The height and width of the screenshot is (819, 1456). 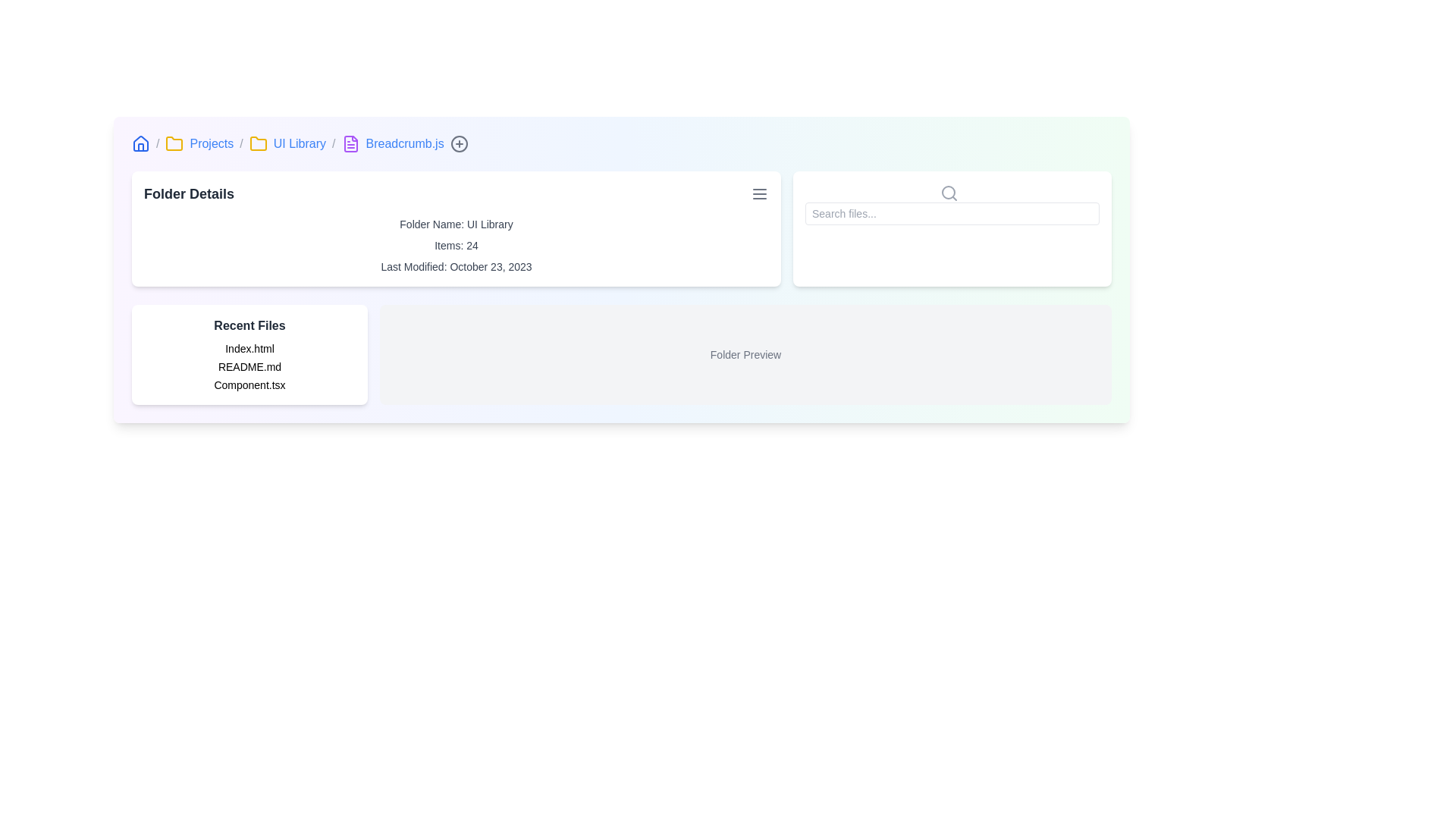 What do you see at coordinates (158, 143) in the screenshot?
I see `the forward slash character ('/') displayed in light gray color, which serves as a separator in the breadcrumb navigation bar between the home icon and the 'Projects' link` at bounding box center [158, 143].